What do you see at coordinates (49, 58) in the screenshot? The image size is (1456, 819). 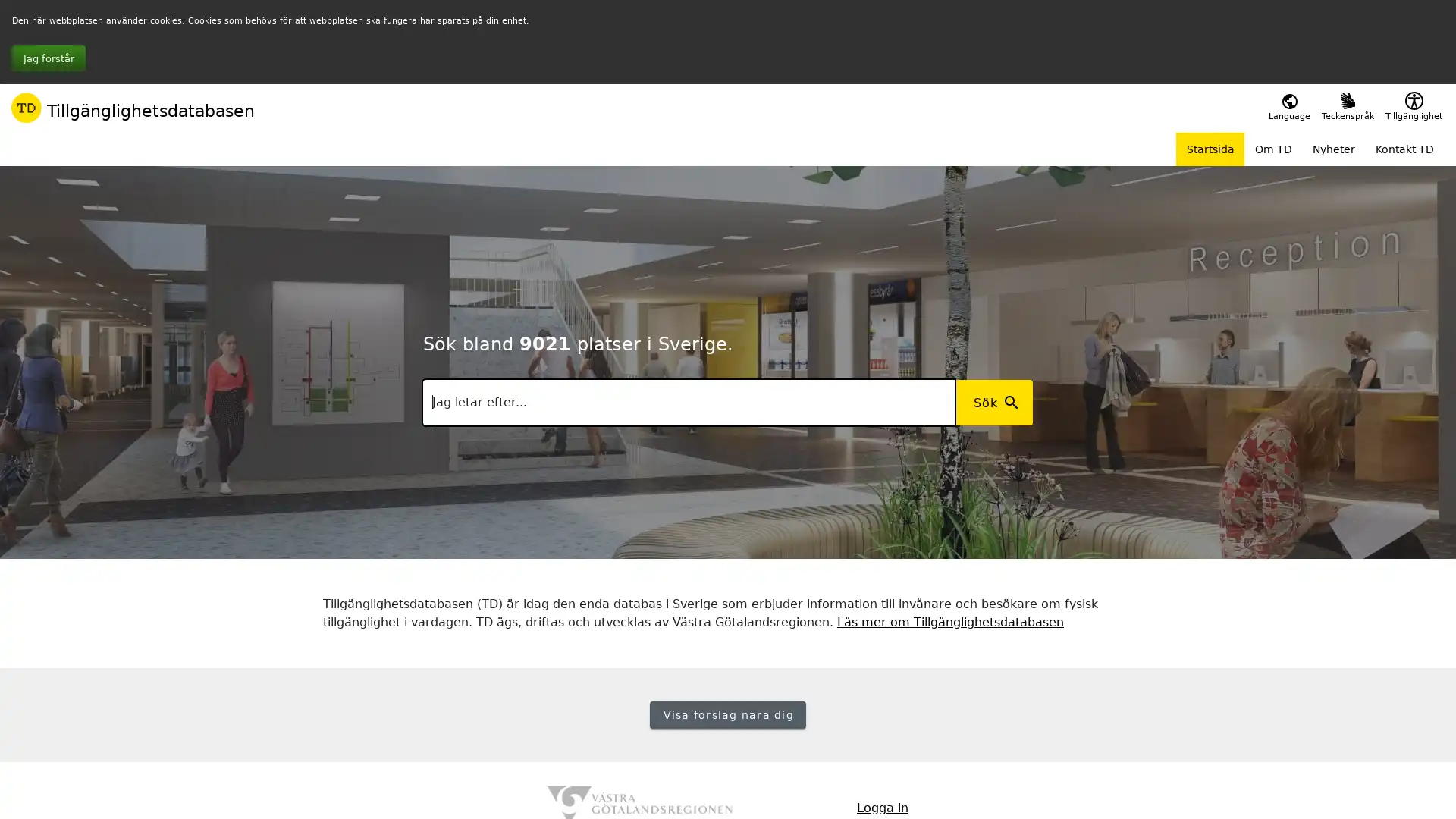 I see `Jag forstar` at bounding box center [49, 58].